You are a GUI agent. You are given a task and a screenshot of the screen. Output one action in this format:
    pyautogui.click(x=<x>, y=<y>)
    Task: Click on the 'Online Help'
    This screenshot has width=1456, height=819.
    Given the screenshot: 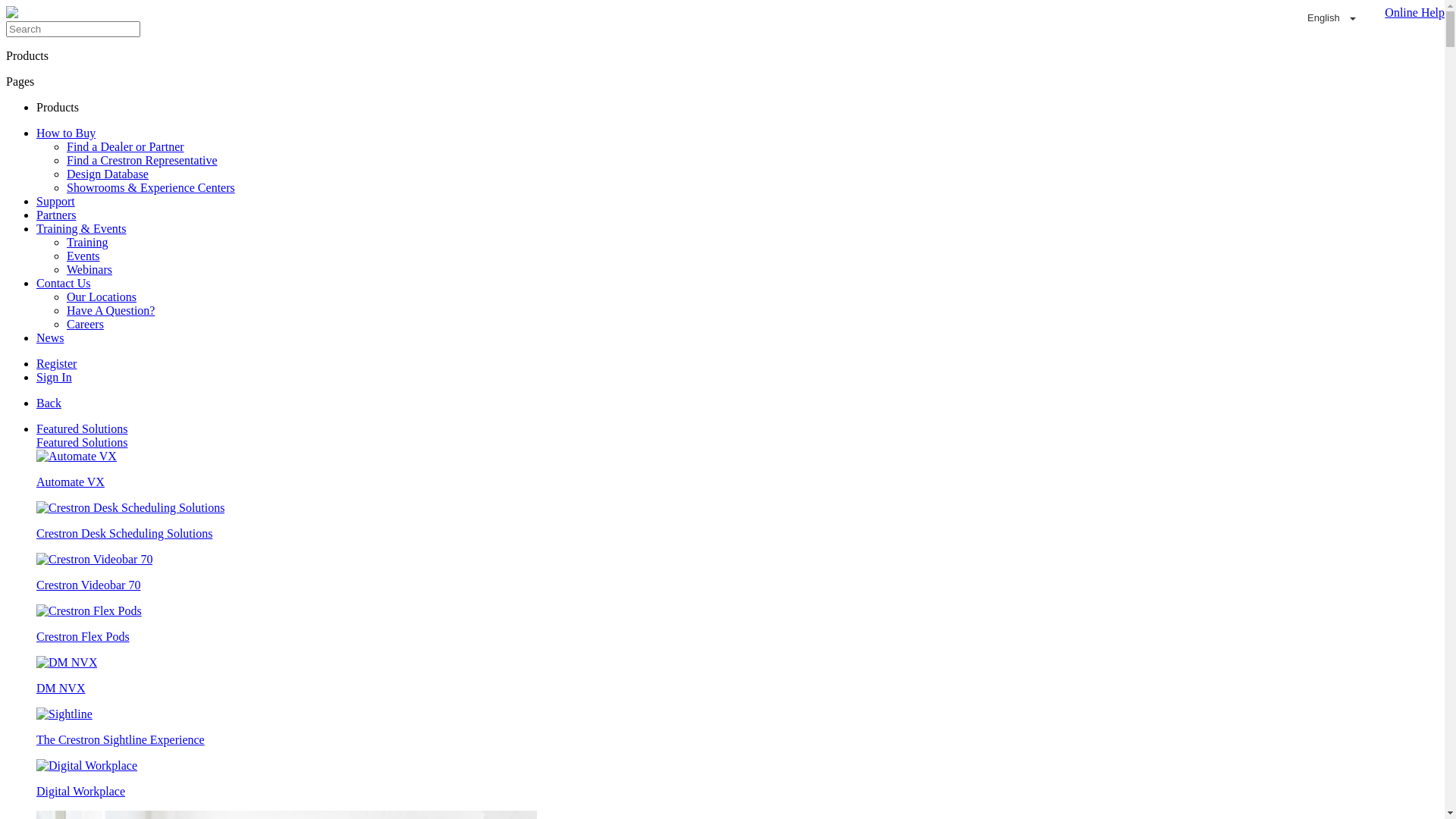 What is the action you would take?
    pyautogui.click(x=1410, y=18)
    